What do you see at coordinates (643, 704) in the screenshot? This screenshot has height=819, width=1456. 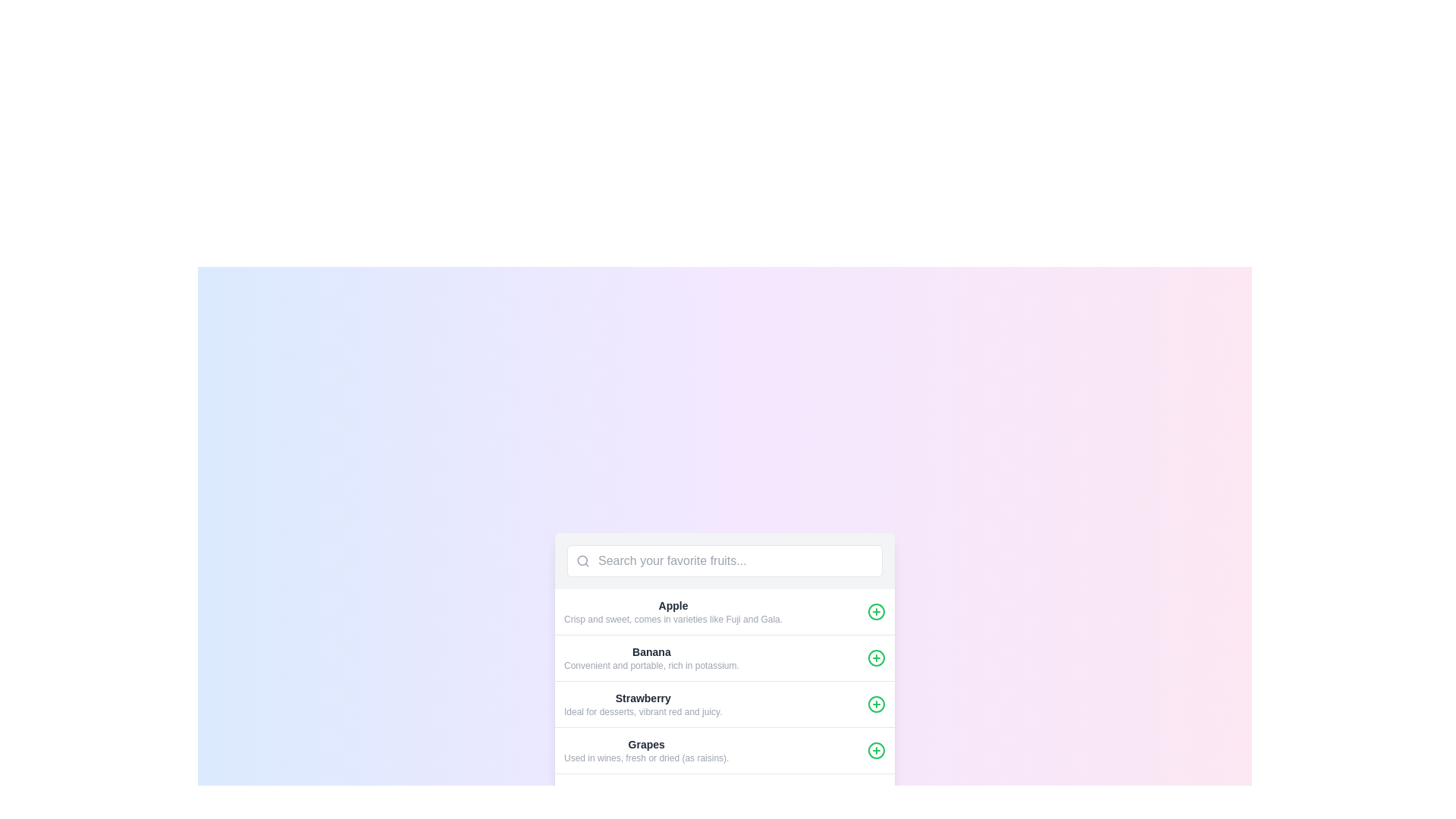 I see `the third list item displaying 'Strawberry' in bold, dark gray font, which is positioned between 'Banana' and 'Grapes' in the fruit list` at bounding box center [643, 704].